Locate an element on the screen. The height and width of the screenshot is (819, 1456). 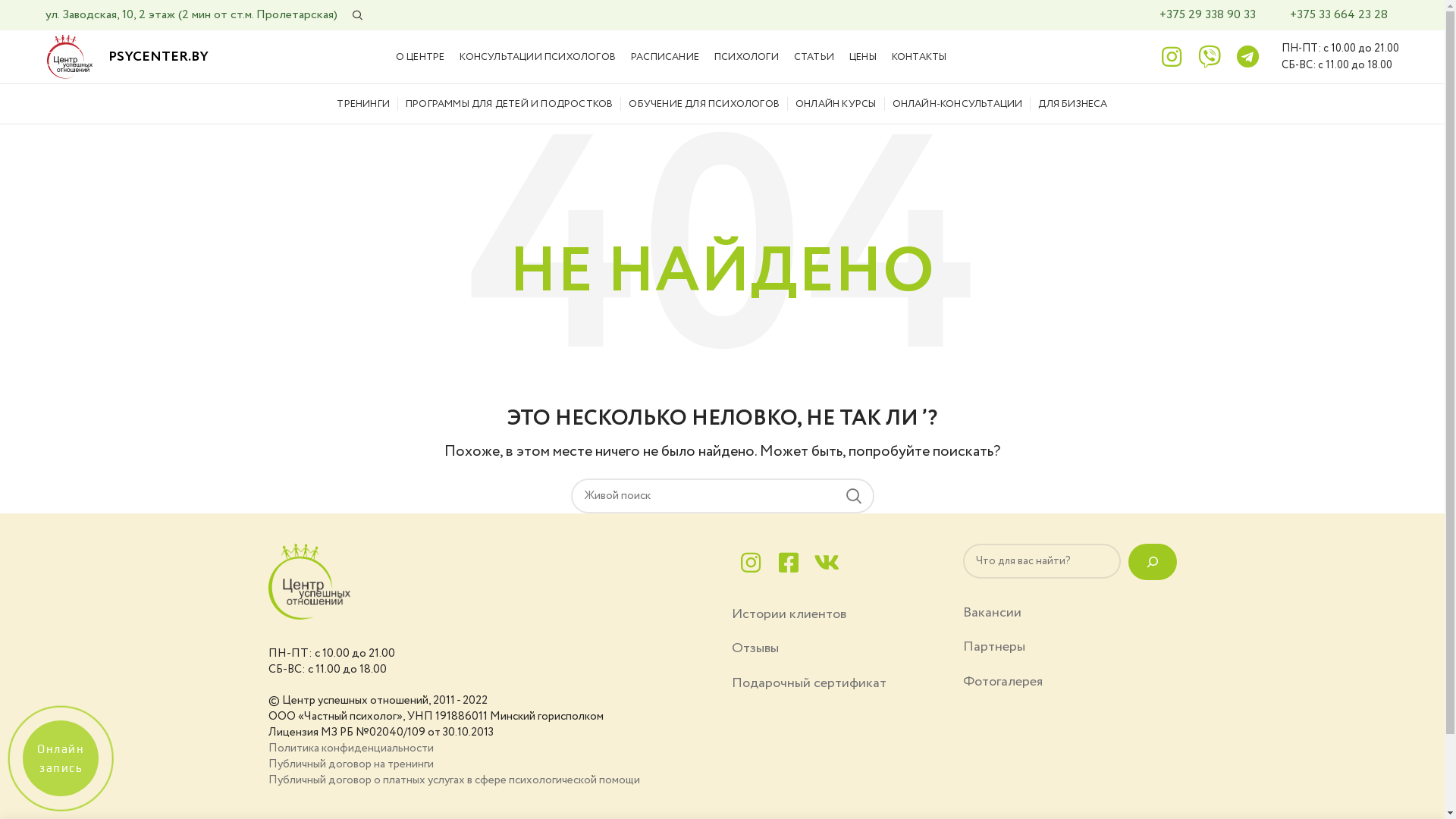
'facebook' is located at coordinates (787, 562).